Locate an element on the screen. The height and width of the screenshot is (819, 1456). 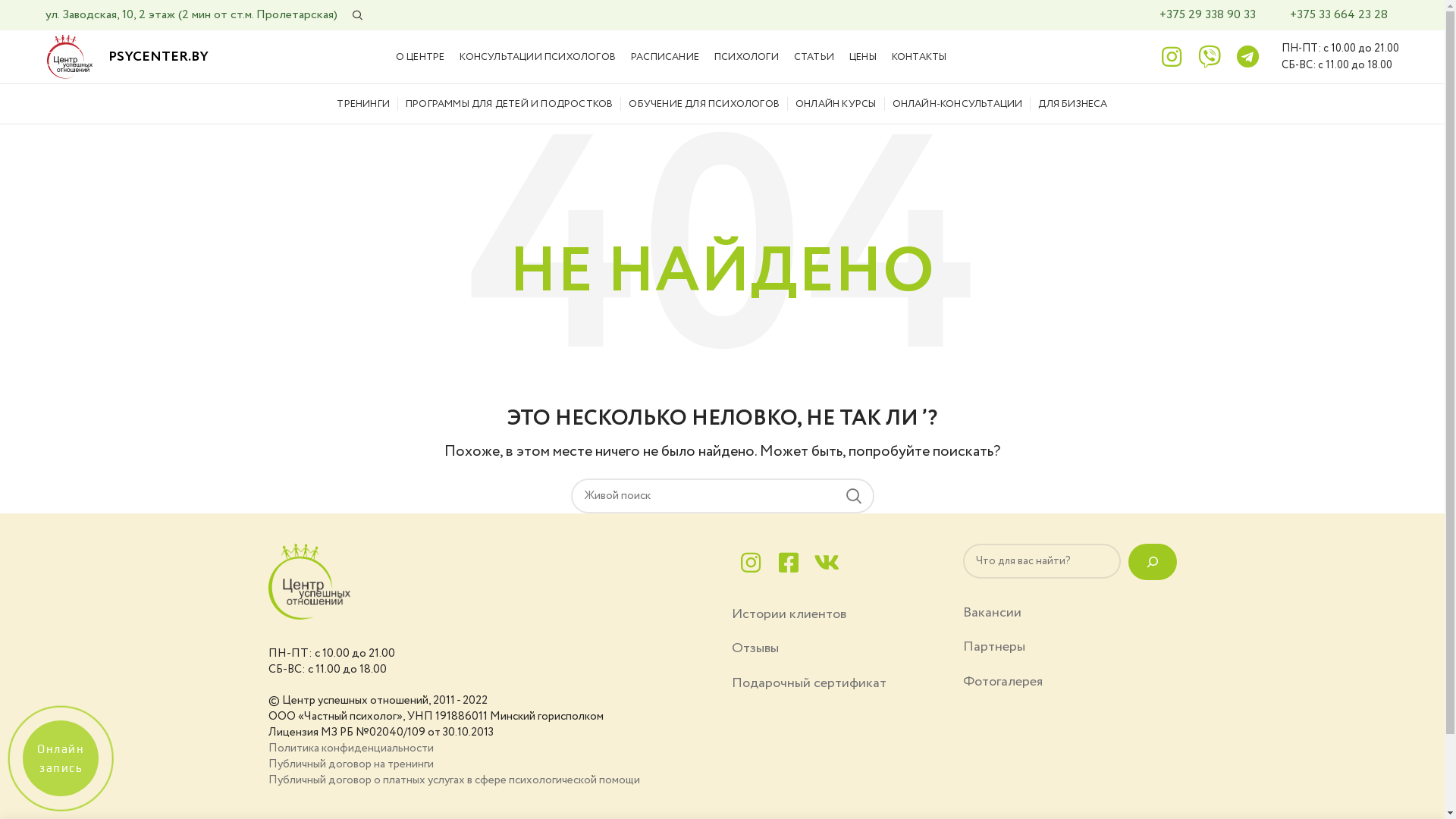
'facebook' is located at coordinates (787, 562).